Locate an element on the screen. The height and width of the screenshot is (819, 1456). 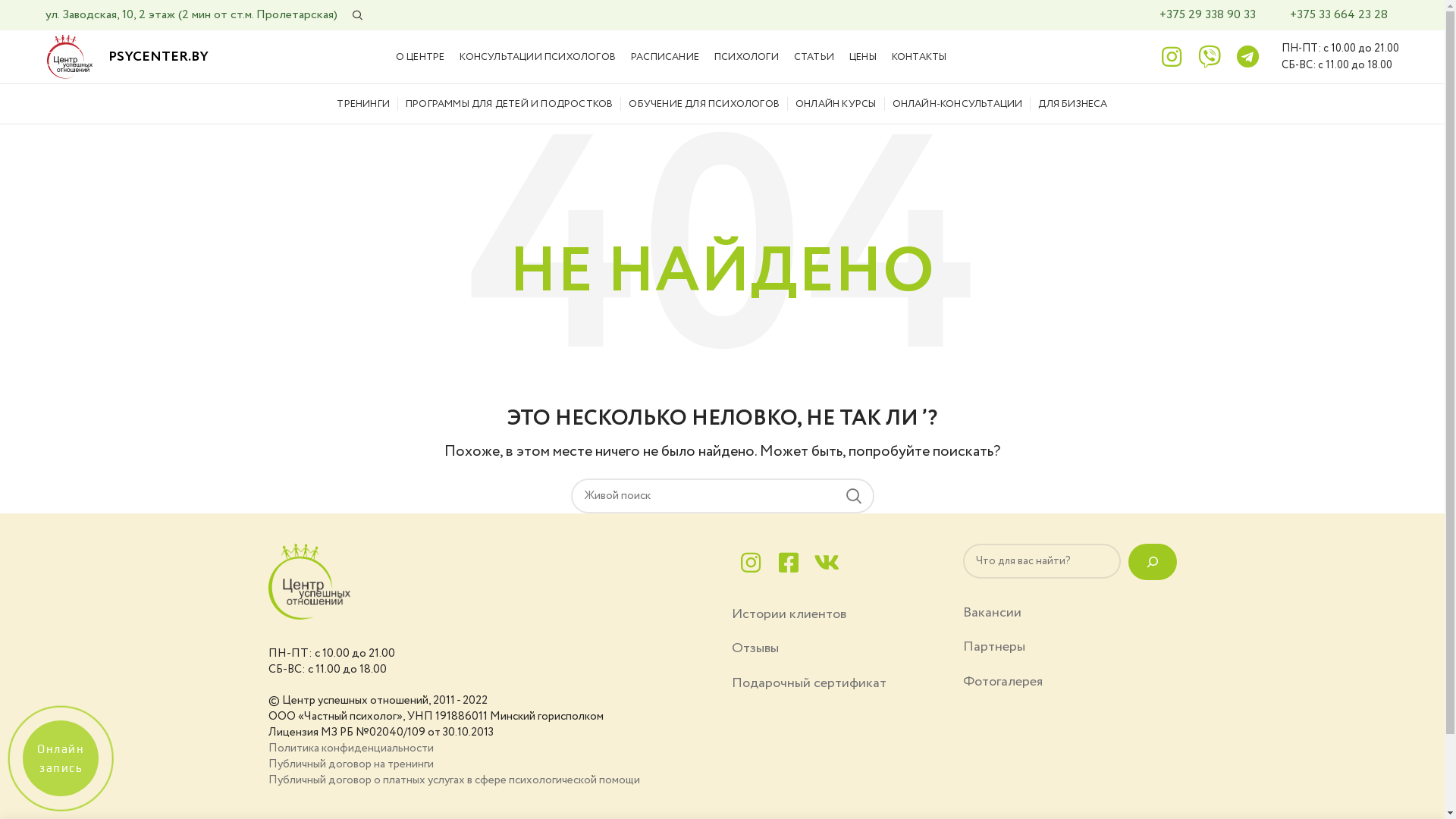
'facebook' is located at coordinates (787, 562).